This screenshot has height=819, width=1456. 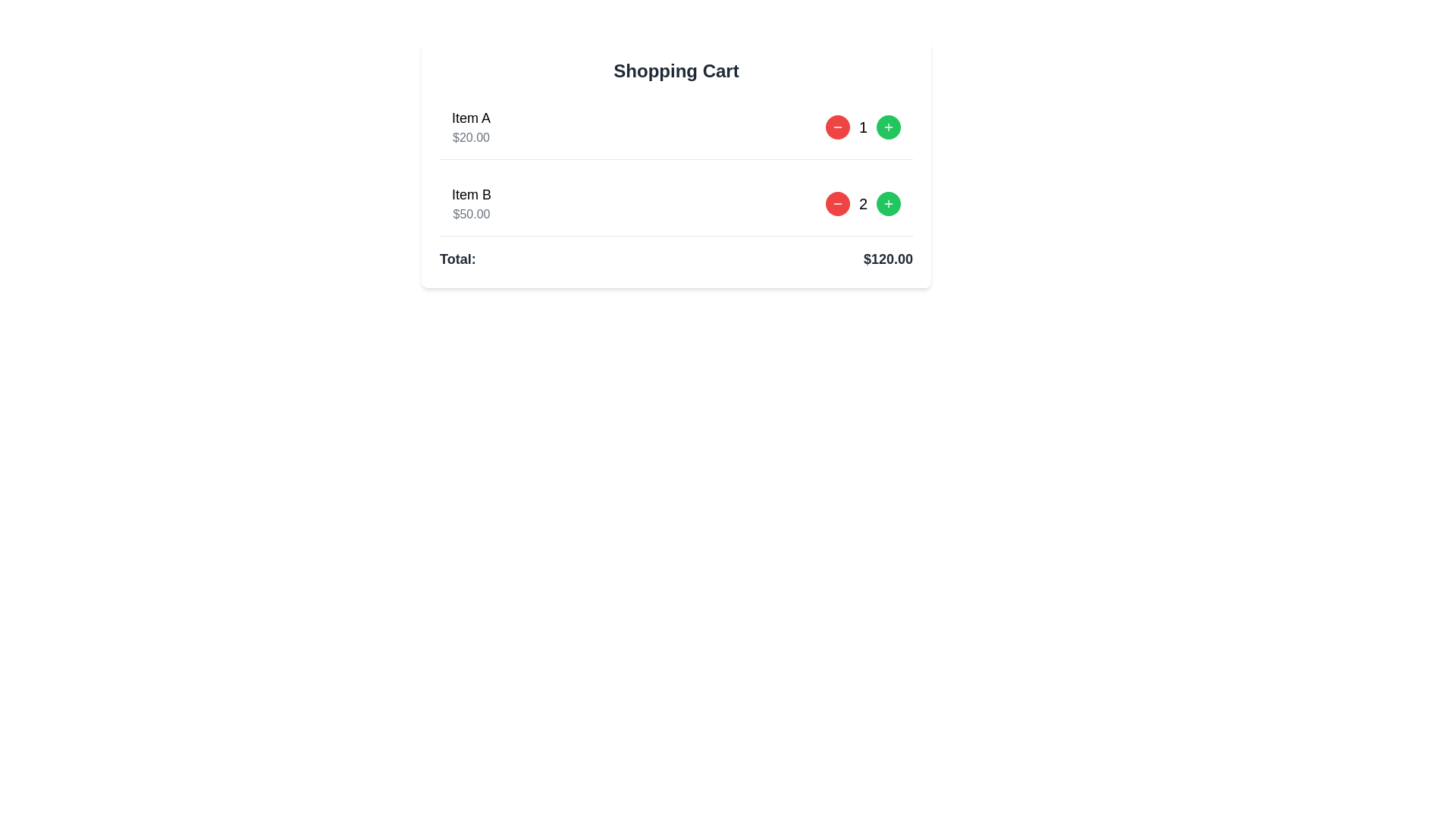 What do you see at coordinates (888, 259) in the screenshot?
I see `displayed price from the 'Total:' text element located at the bottom of the shopping cart summary, aligned to the right side of the label 'Total:'` at bounding box center [888, 259].